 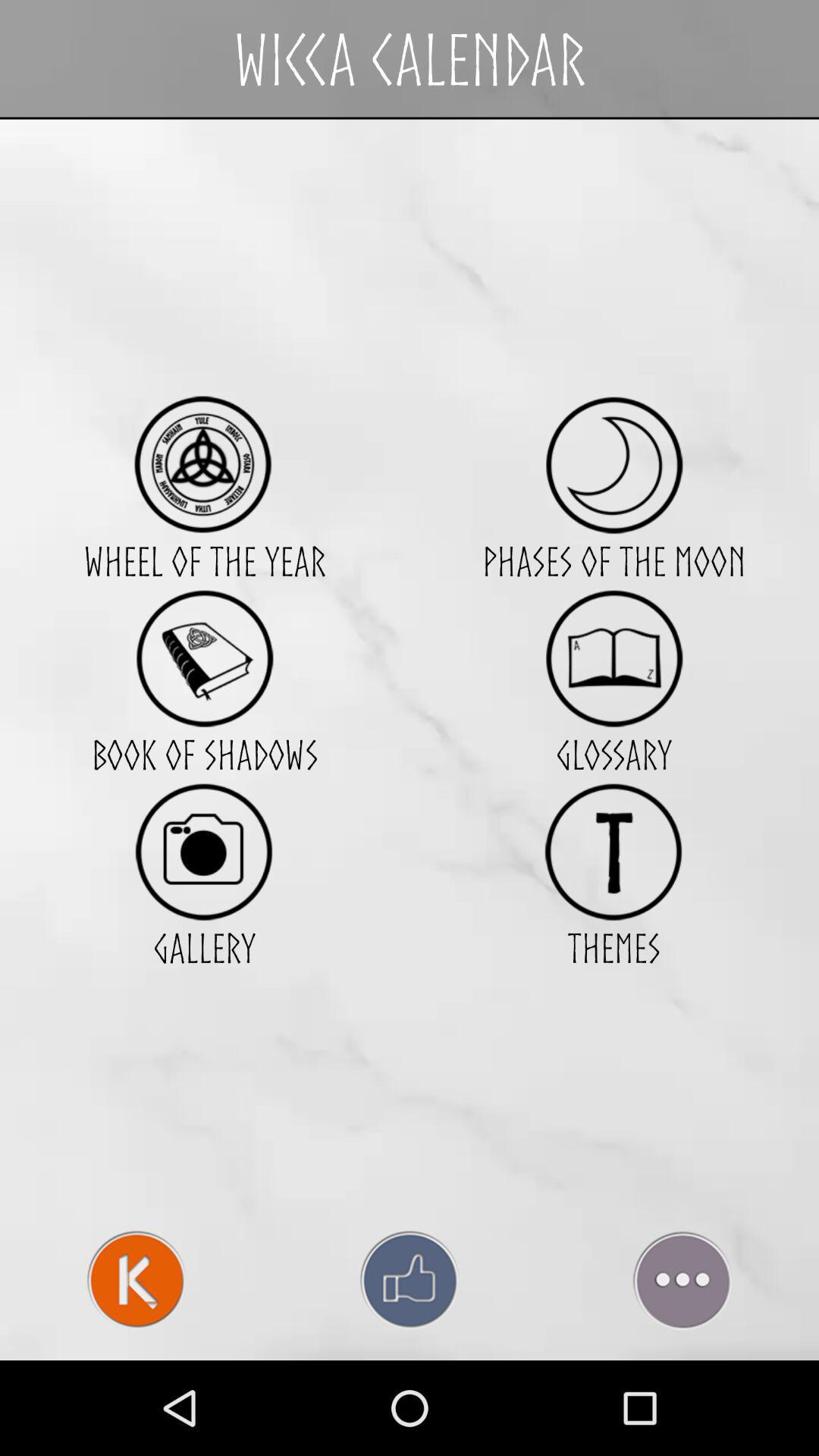 I want to click on access shadow book, so click(x=203, y=658).